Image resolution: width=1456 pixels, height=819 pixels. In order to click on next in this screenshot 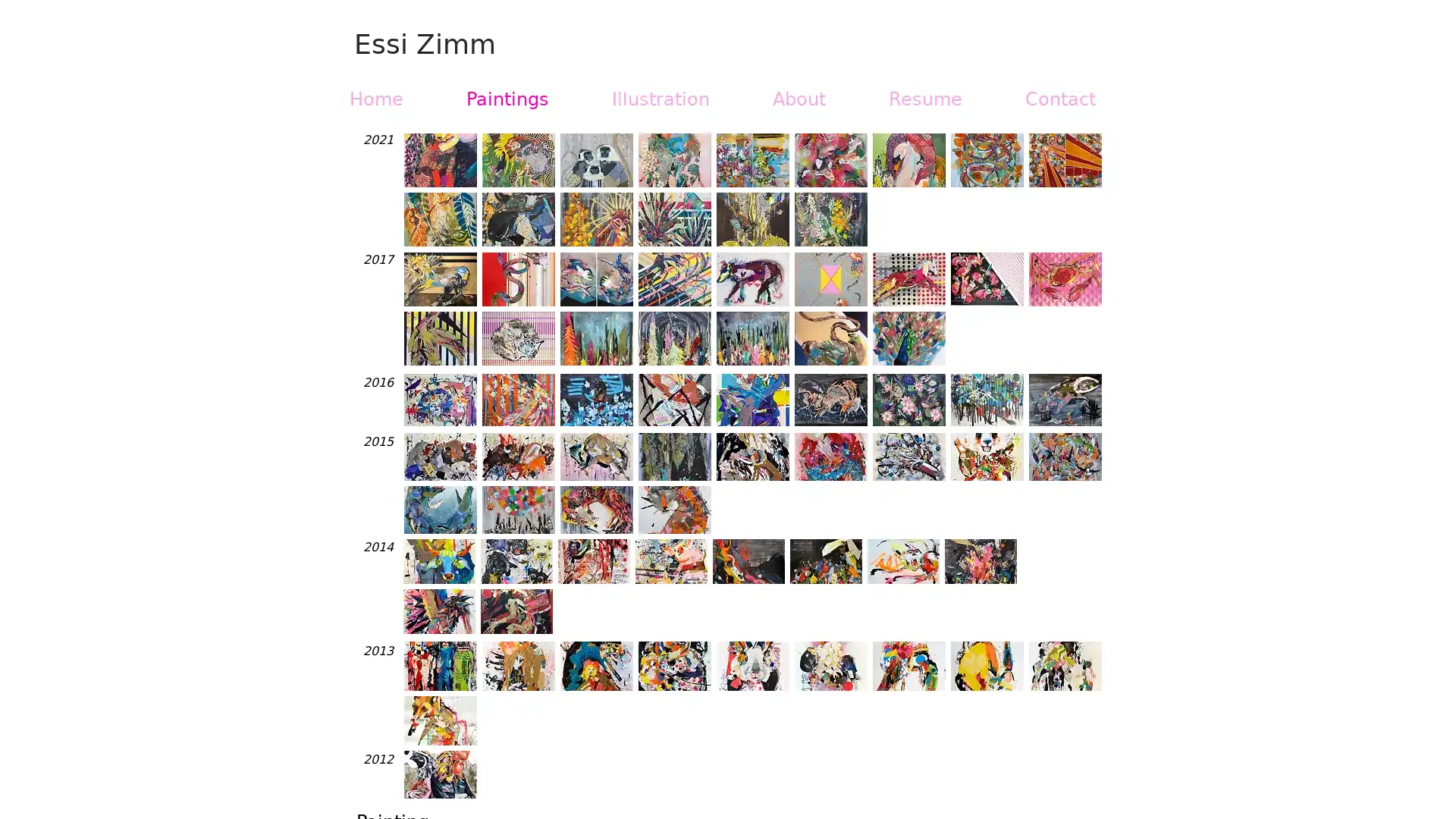, I will do `click(1068, 496)`.